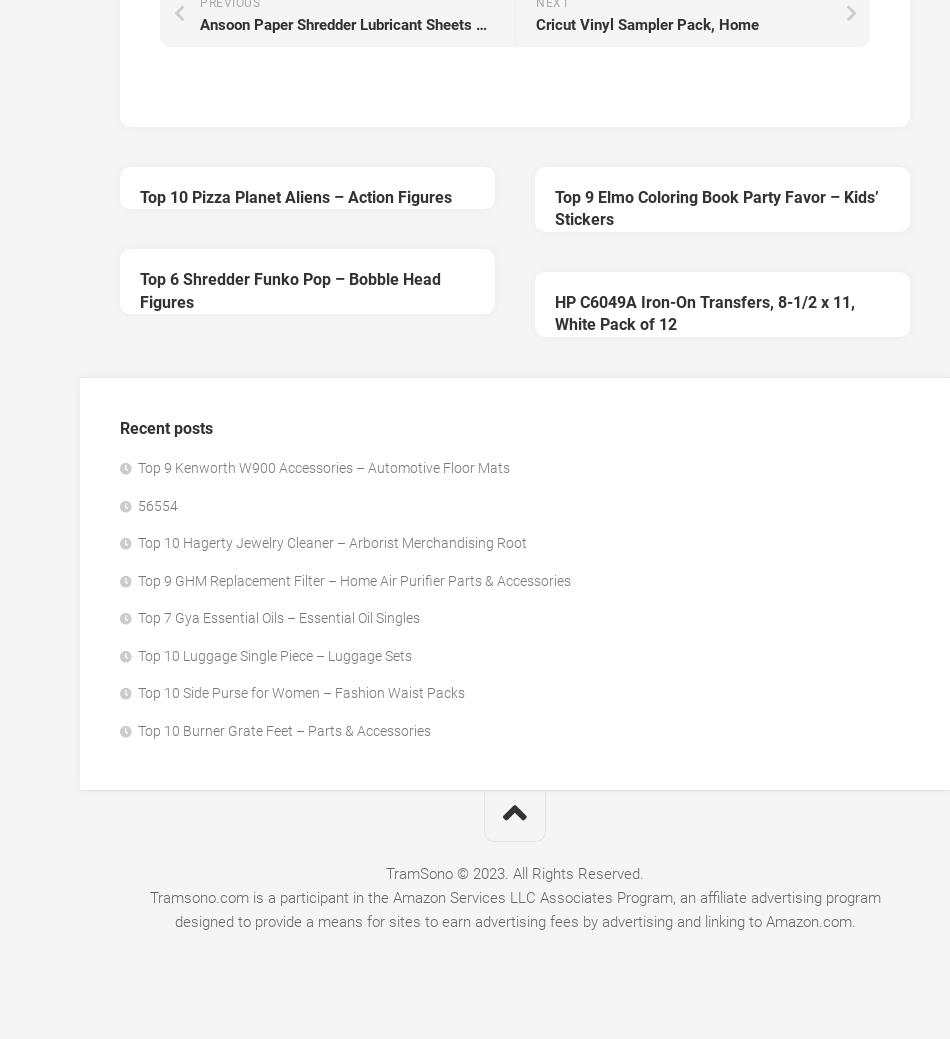 The width and height of the screenshot is (950, 1039). I want to click on 'Top 9 Kenworth W900 Accessories – Automotive Floor Mats', so click(323, 466).